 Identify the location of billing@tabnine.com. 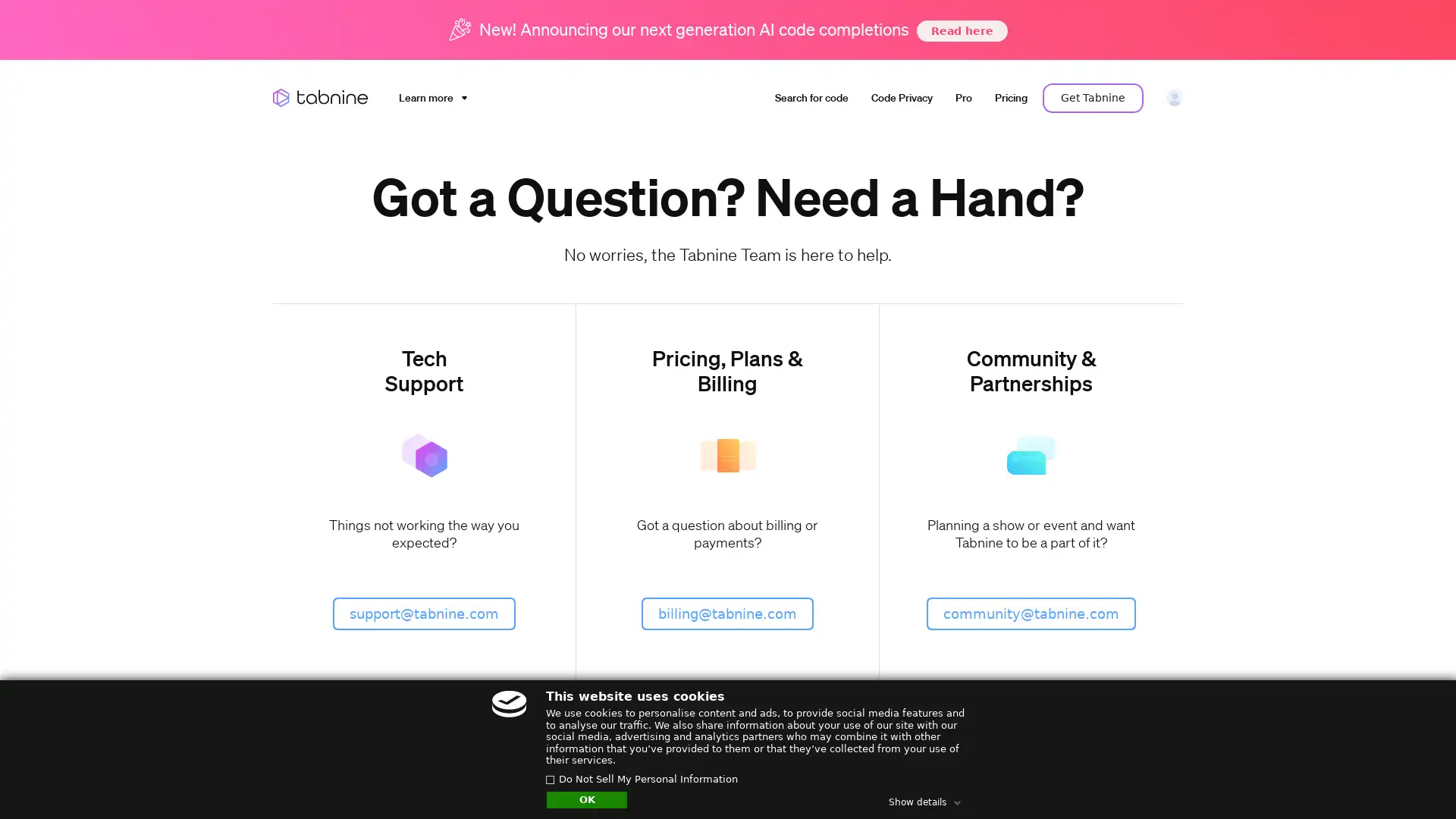
(726, 612).